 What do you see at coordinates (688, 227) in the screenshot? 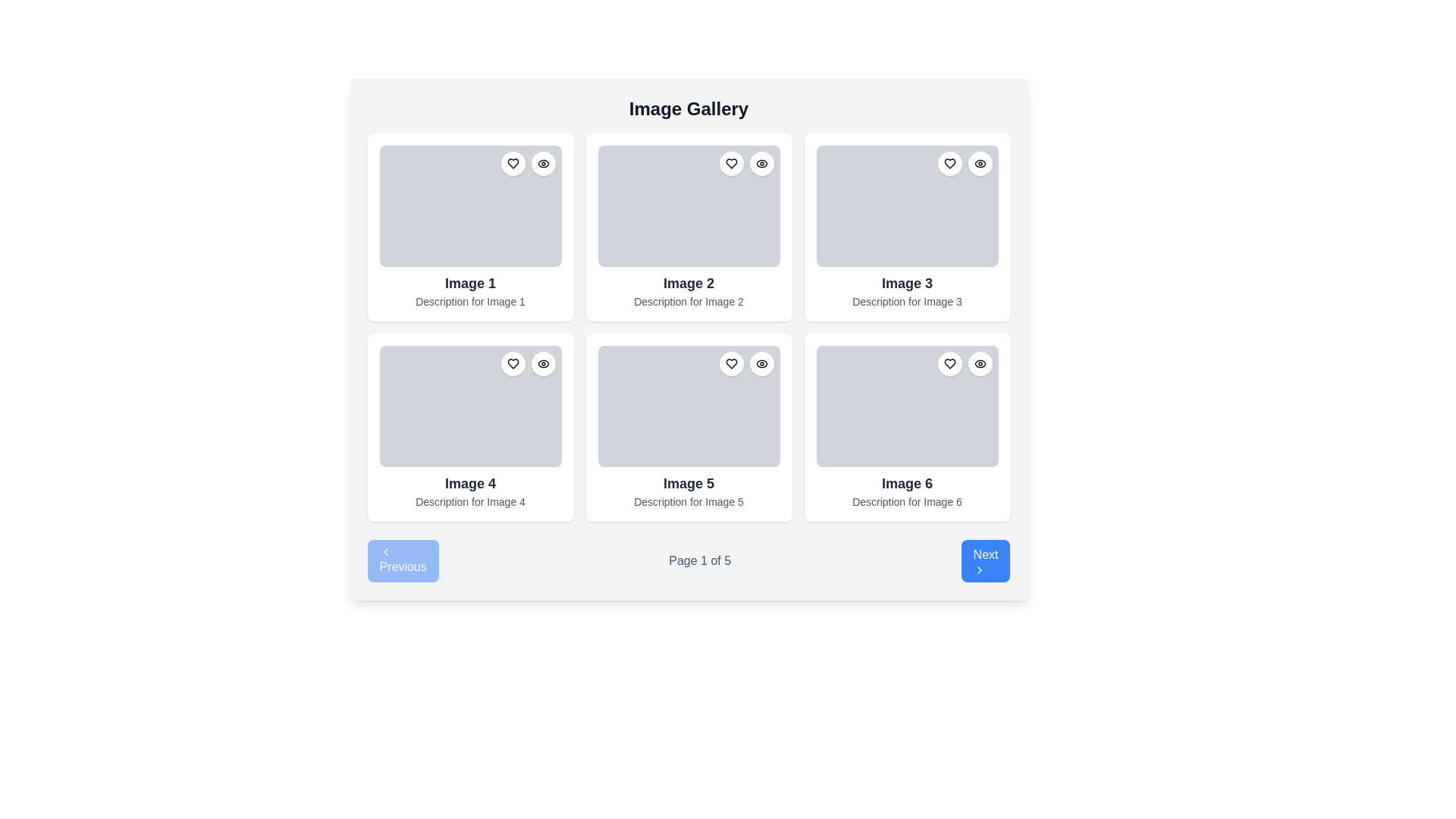
I see `the second card in the 'Image Gallery' section` at bounding box center [688, 227].